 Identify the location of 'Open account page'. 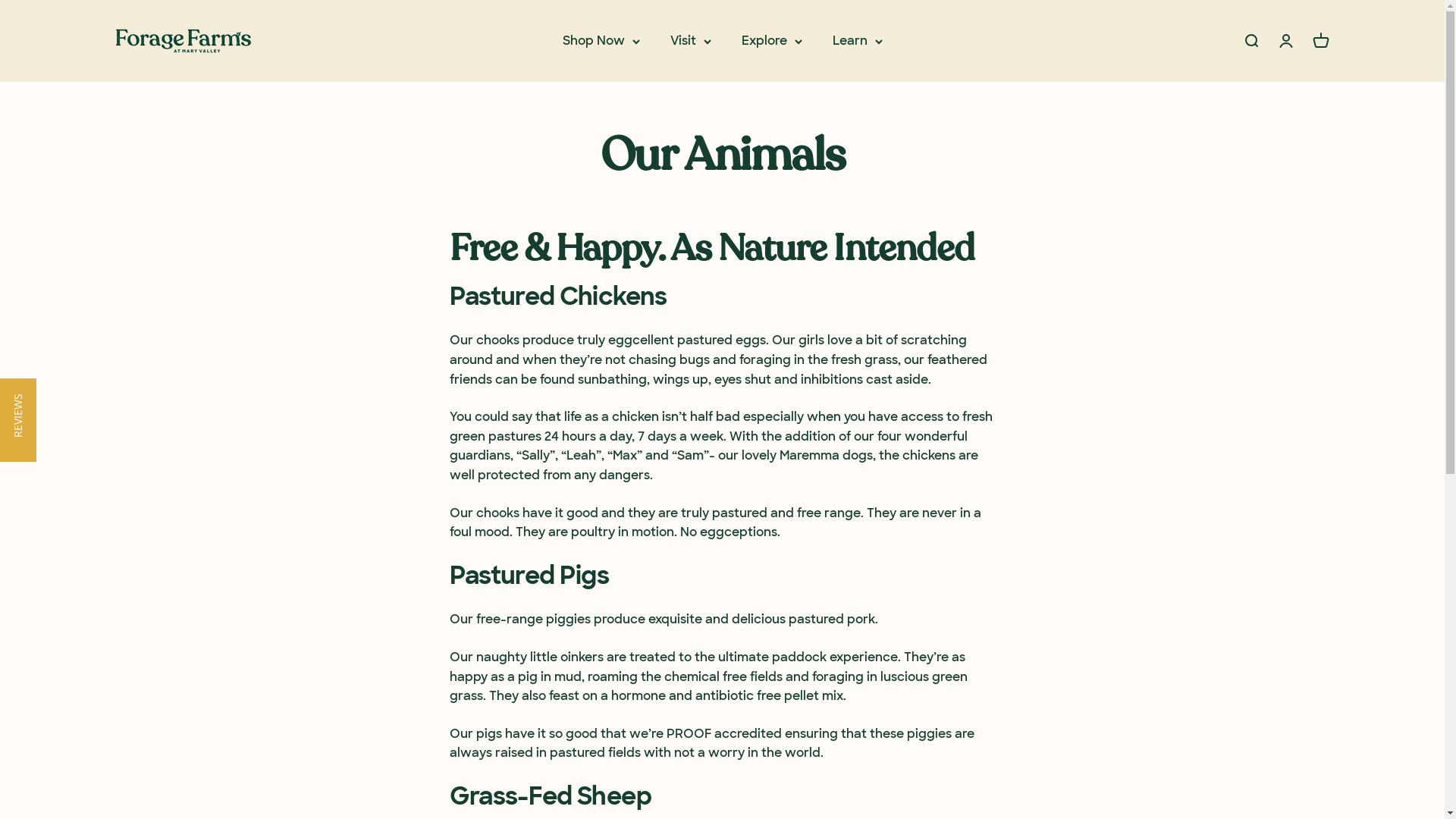
(1284, 40).